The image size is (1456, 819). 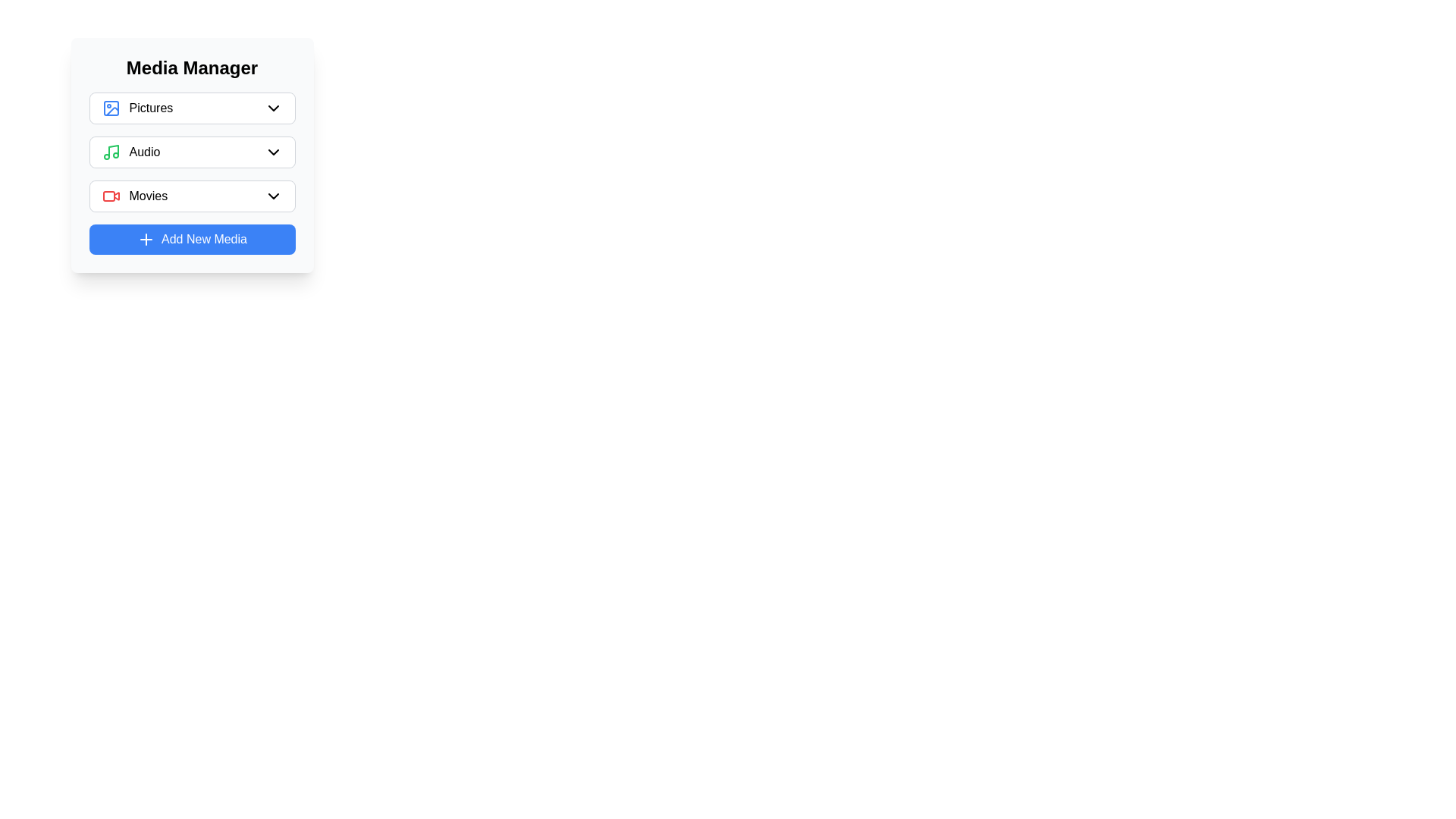 What do you see at coordinates (151, 107) in the screenshot?
I see `the static text label indicating 'Pictures' in the Media Manager interface, located to the right of the blue picture icon` at bounding box center [151, 107].